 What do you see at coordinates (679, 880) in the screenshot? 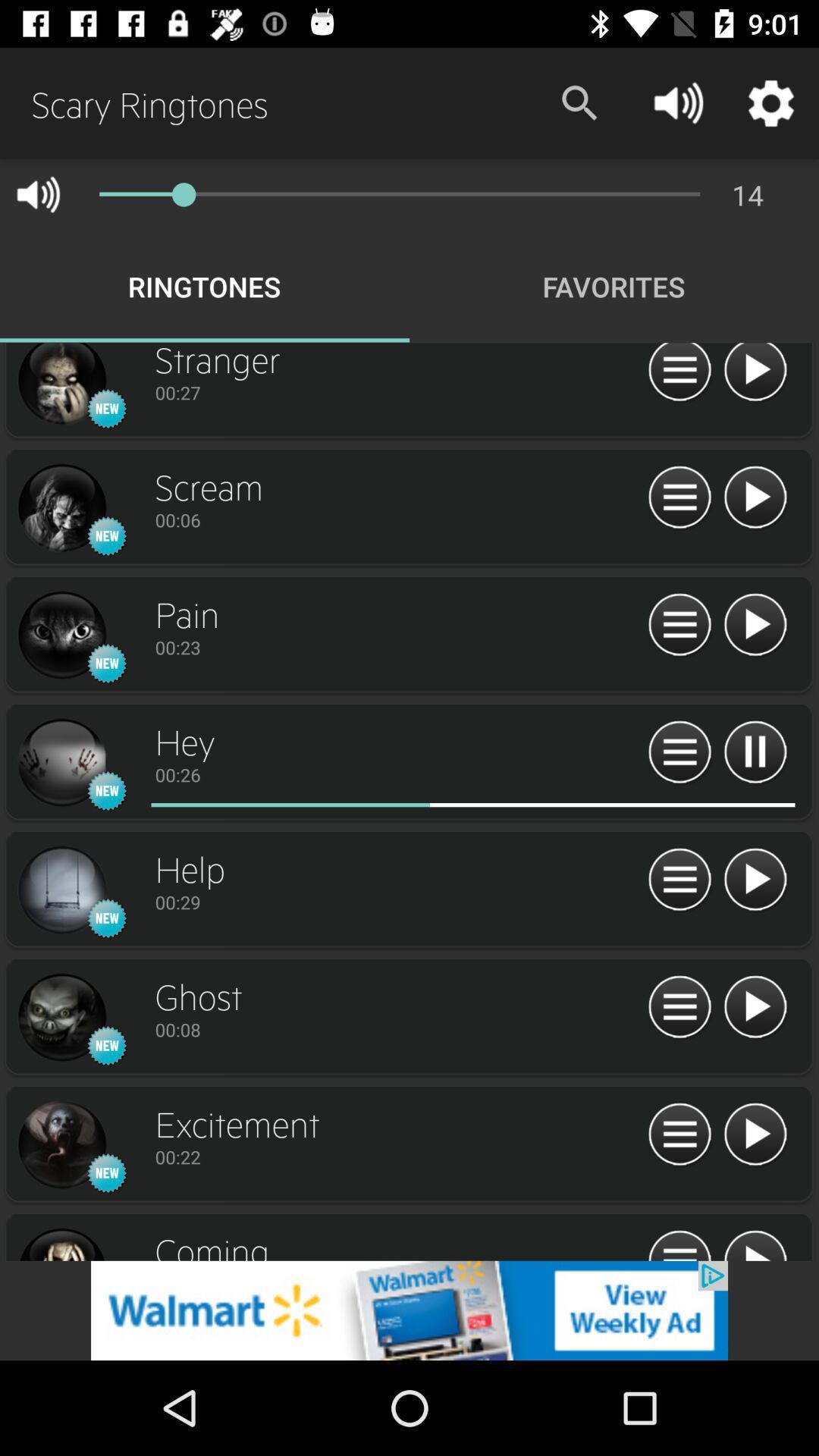
I see `queue option` at bounding box center [679, 880].